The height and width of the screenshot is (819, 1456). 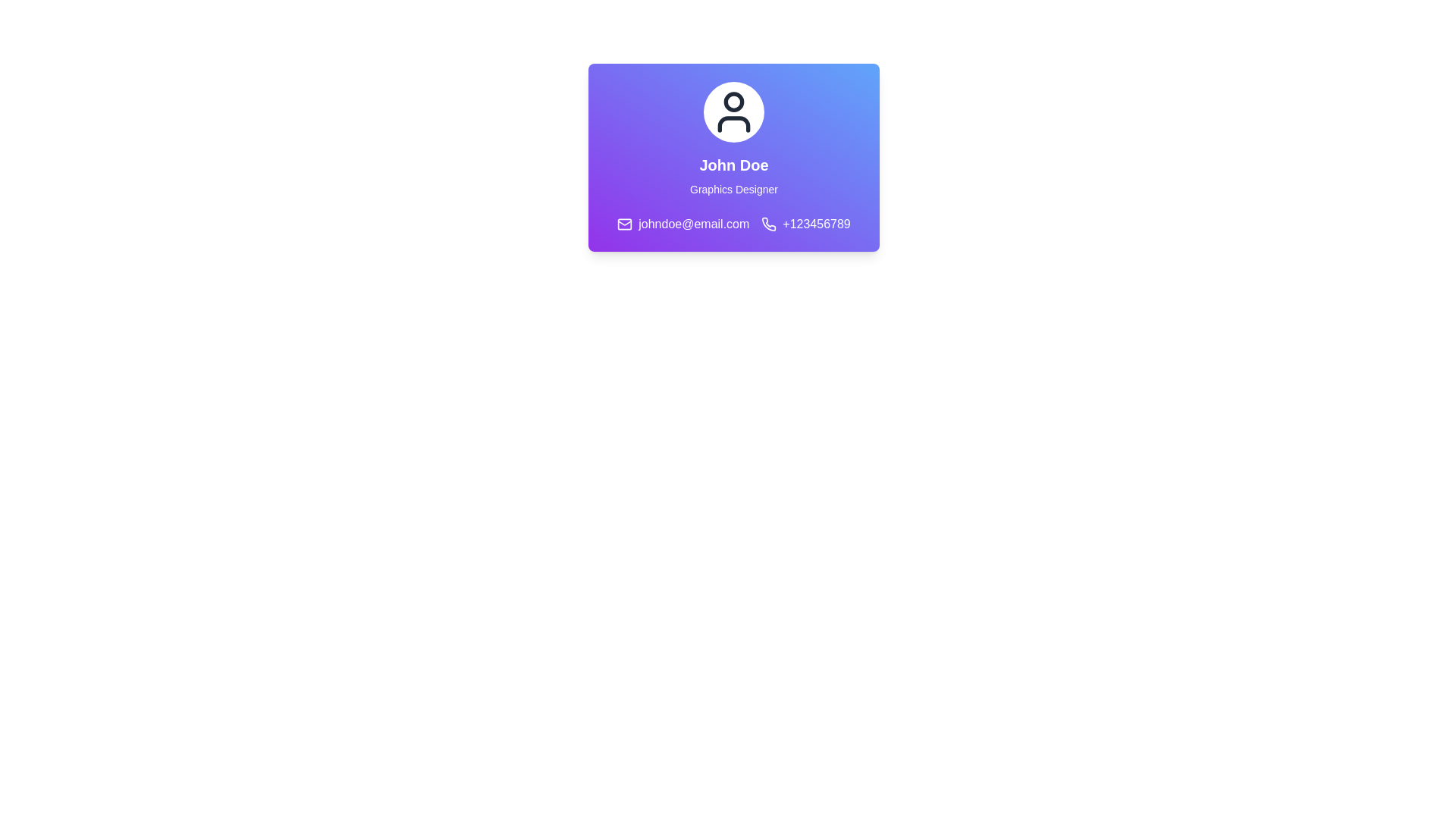 What do you see at coordinates (769, 224) in the screenshot?
I see `the phone icon located in the bottom right section of the card layout, positioned to the left of the phone number text element` at bounding box center [769, 224].